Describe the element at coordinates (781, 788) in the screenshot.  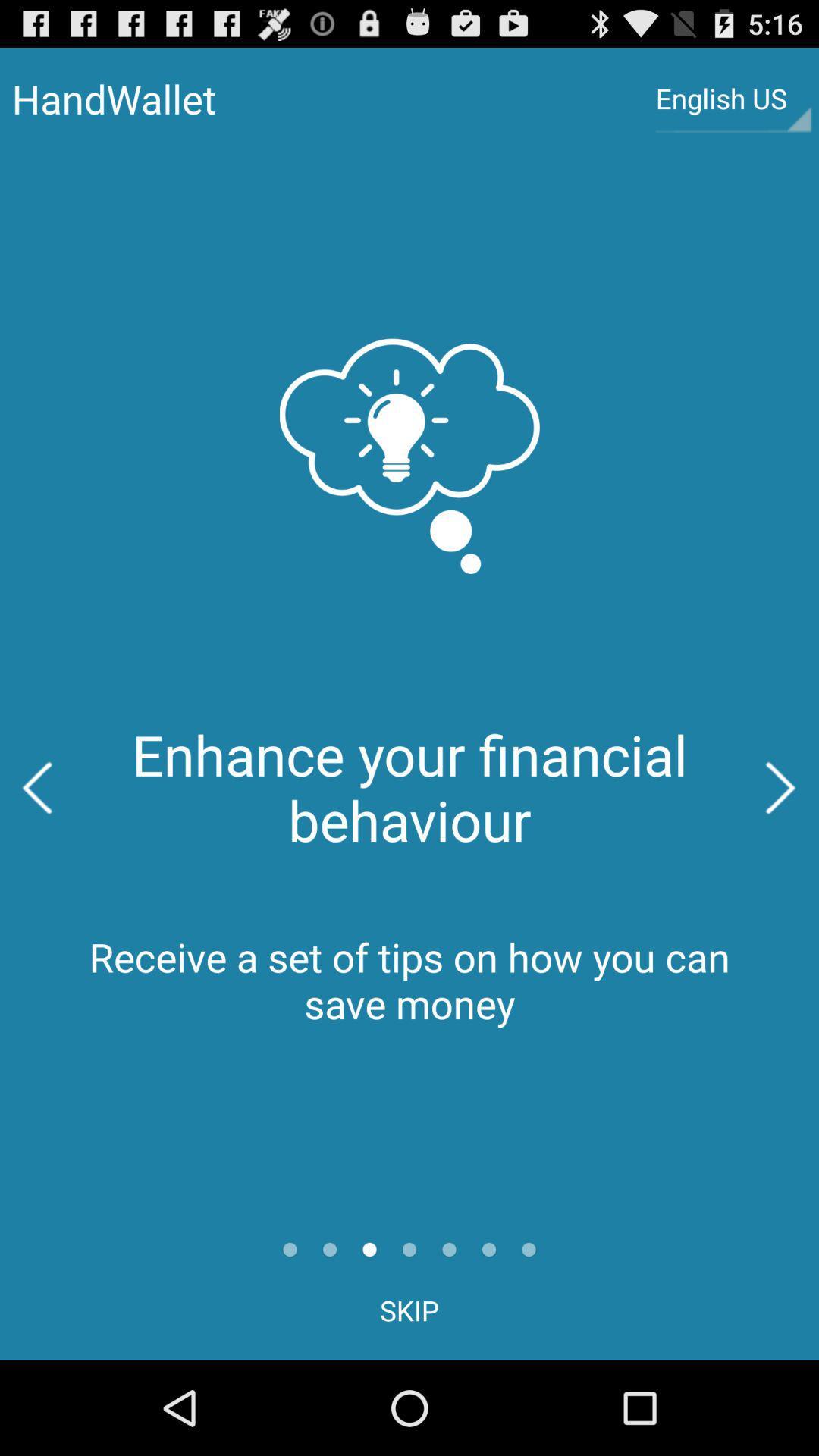
I see `the item above the receive a set item` at that location.